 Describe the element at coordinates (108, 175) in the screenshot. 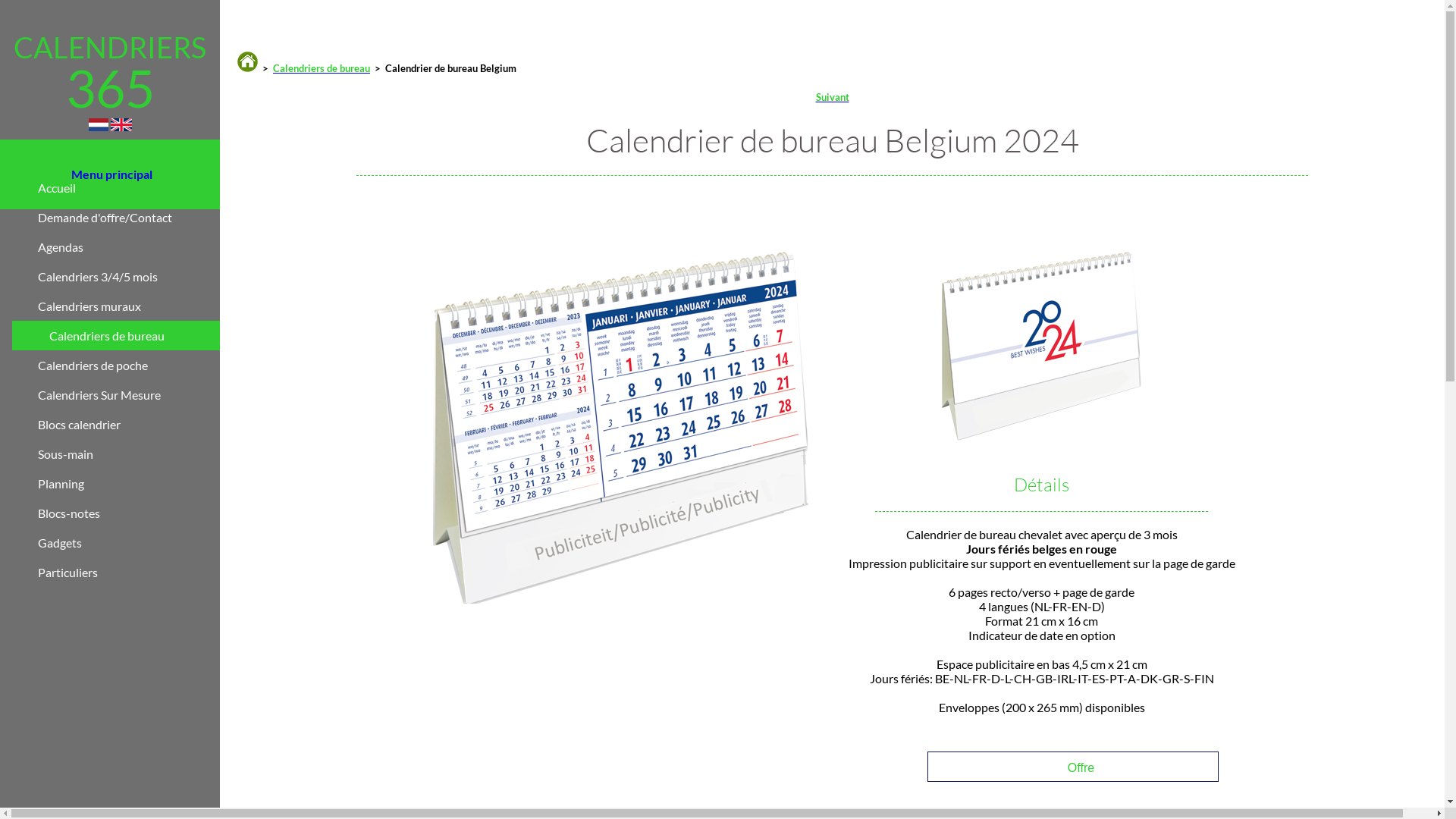

I see `'Menu principal'` at that location.